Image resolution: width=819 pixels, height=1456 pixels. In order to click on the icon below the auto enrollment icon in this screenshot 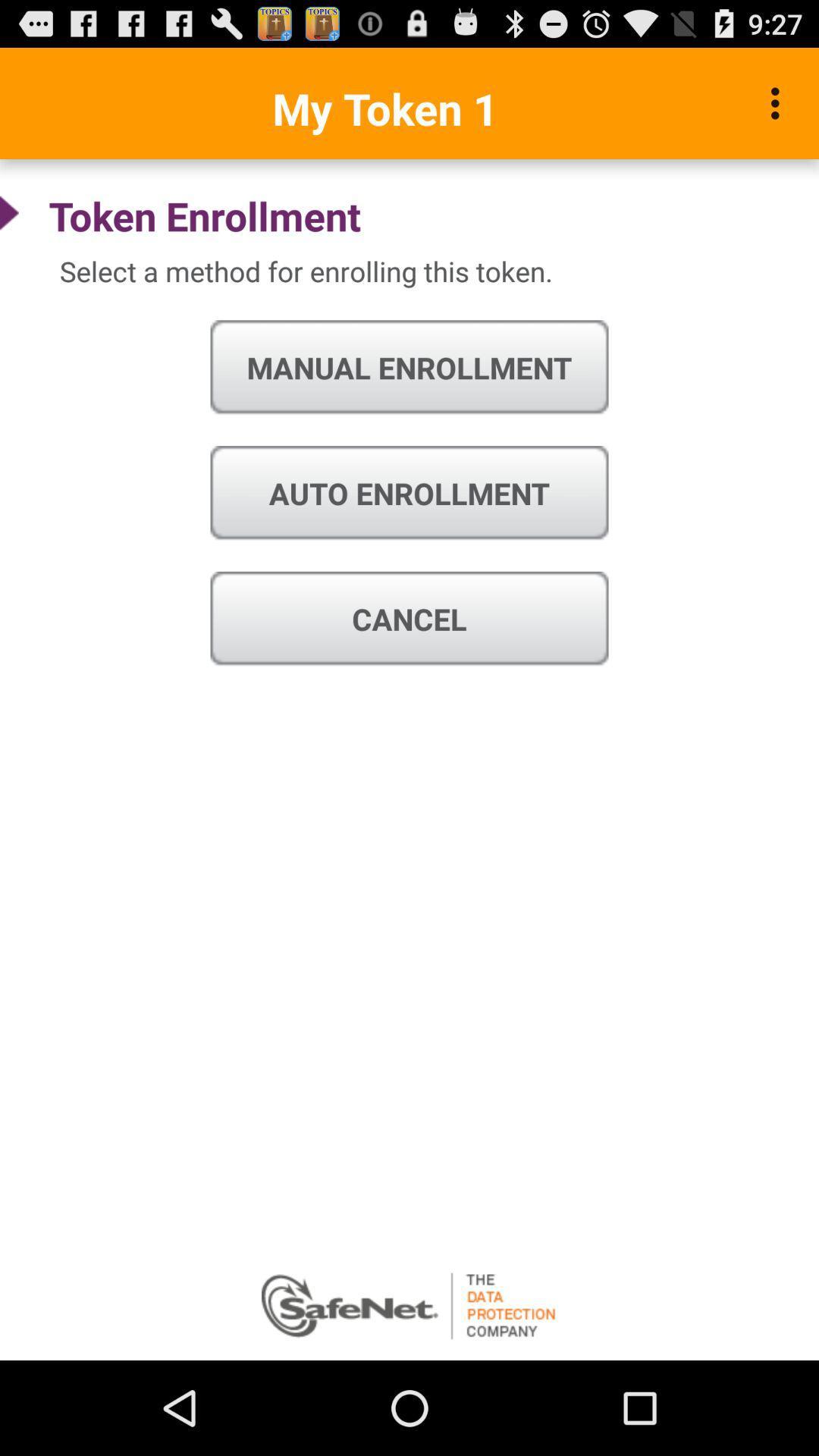, I will do `click(409, 619)`.